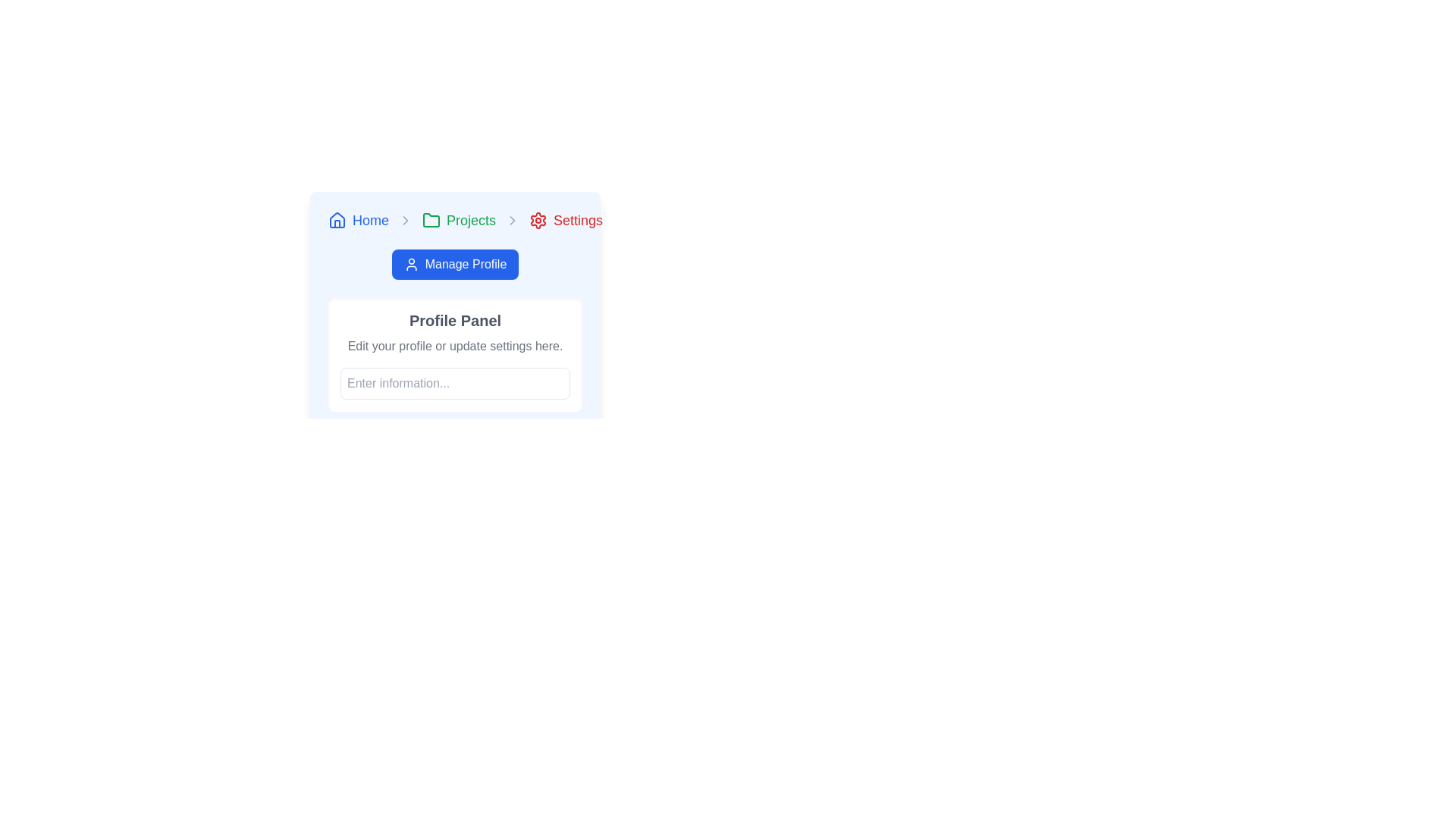 This screenshot has height=819, width=1456. What do you see at coordinates (454, 220) in the screenshot?
I see `the Navigation bar located at the top of the interface` at bounding box center [454, 220].